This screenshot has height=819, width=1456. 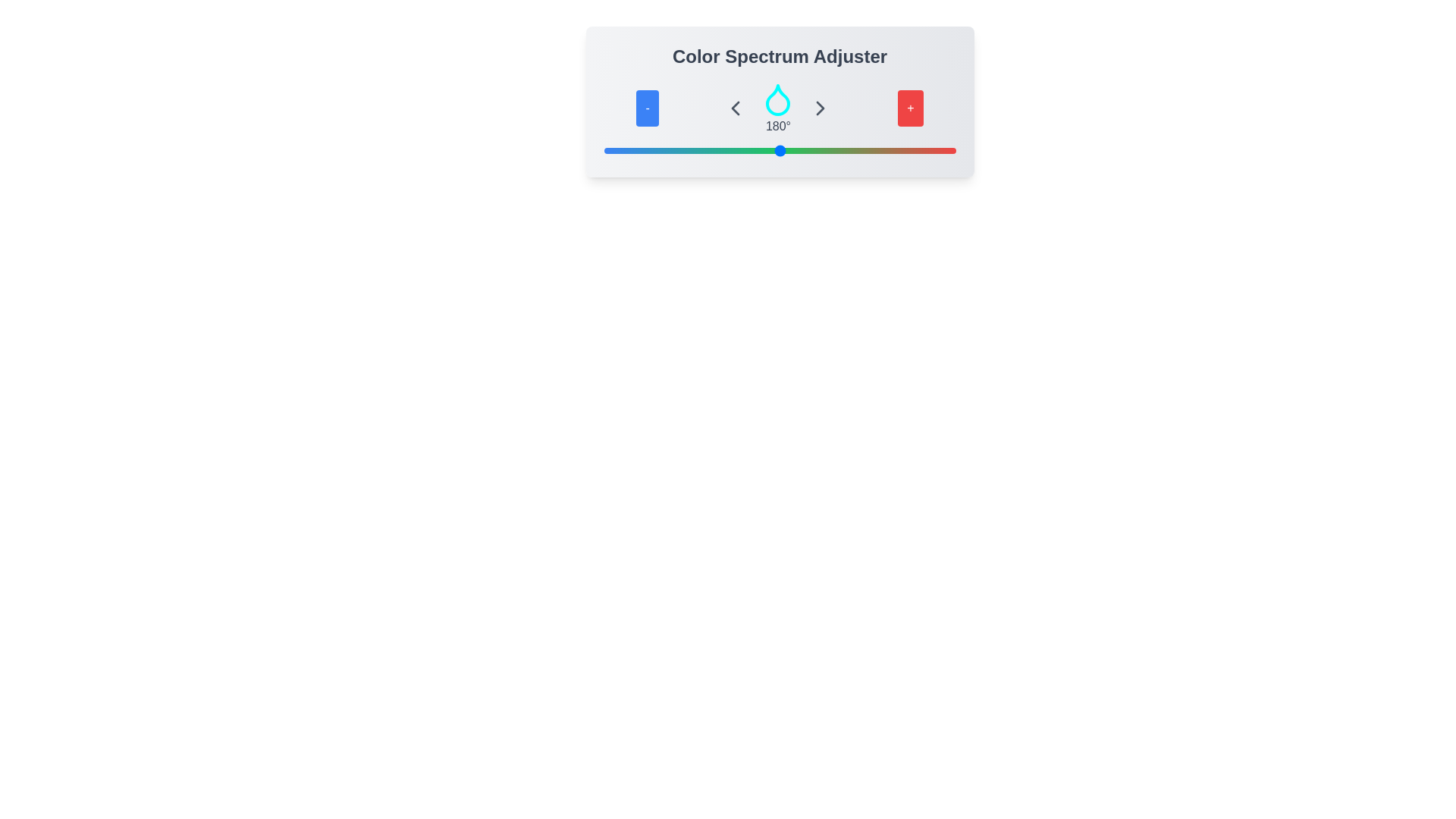 What do you see at coordinates (820, 107) in the screenshot?
I see `the ChevronRight icon to increase the color value` at bounding box center [820, 107].